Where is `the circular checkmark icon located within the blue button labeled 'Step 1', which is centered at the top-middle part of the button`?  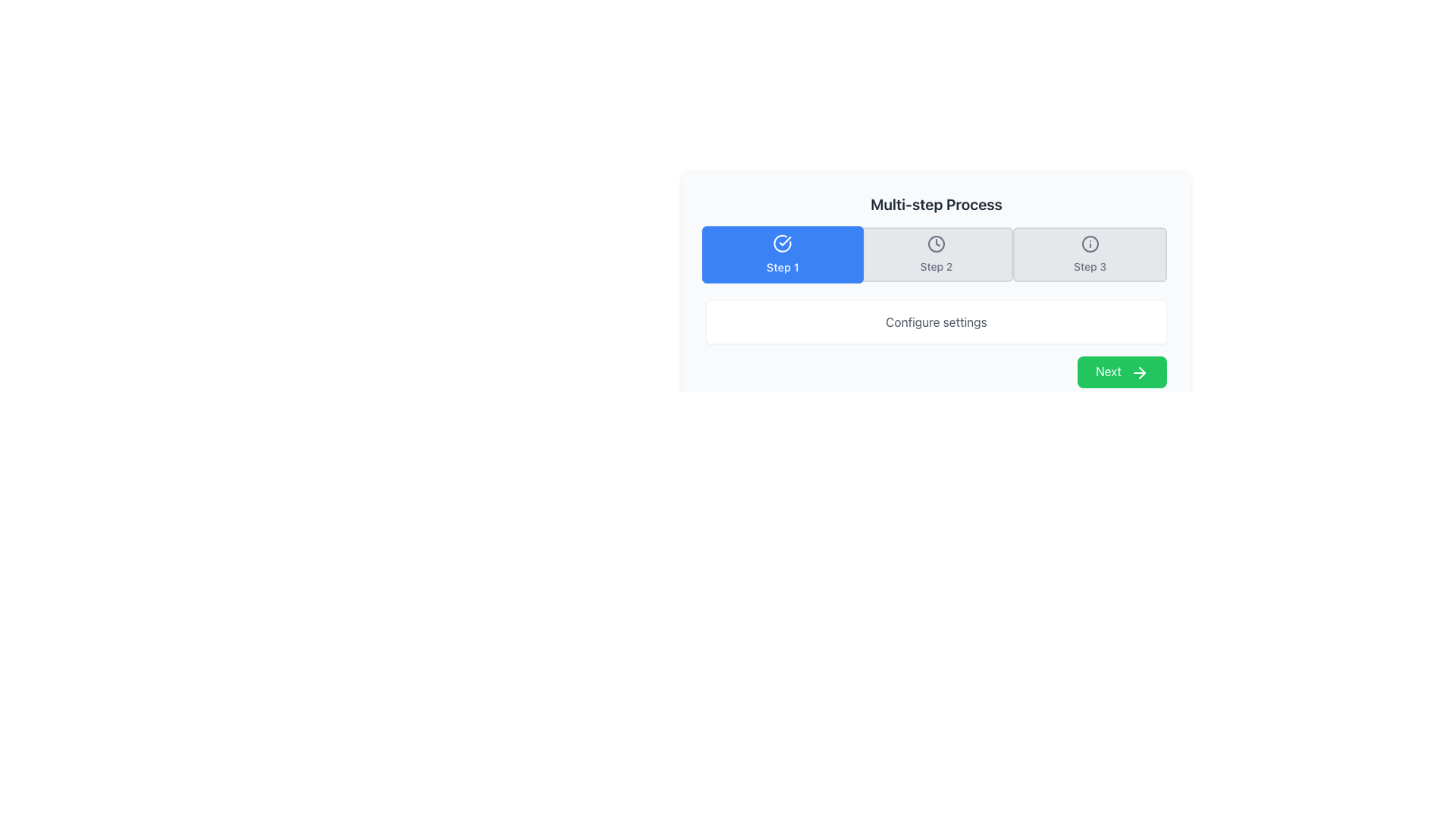
the circular checkmark icon located within the blue button labeled 'Step 1', which is centered at the top-middle part of the button is located at coordinates (783, 243).